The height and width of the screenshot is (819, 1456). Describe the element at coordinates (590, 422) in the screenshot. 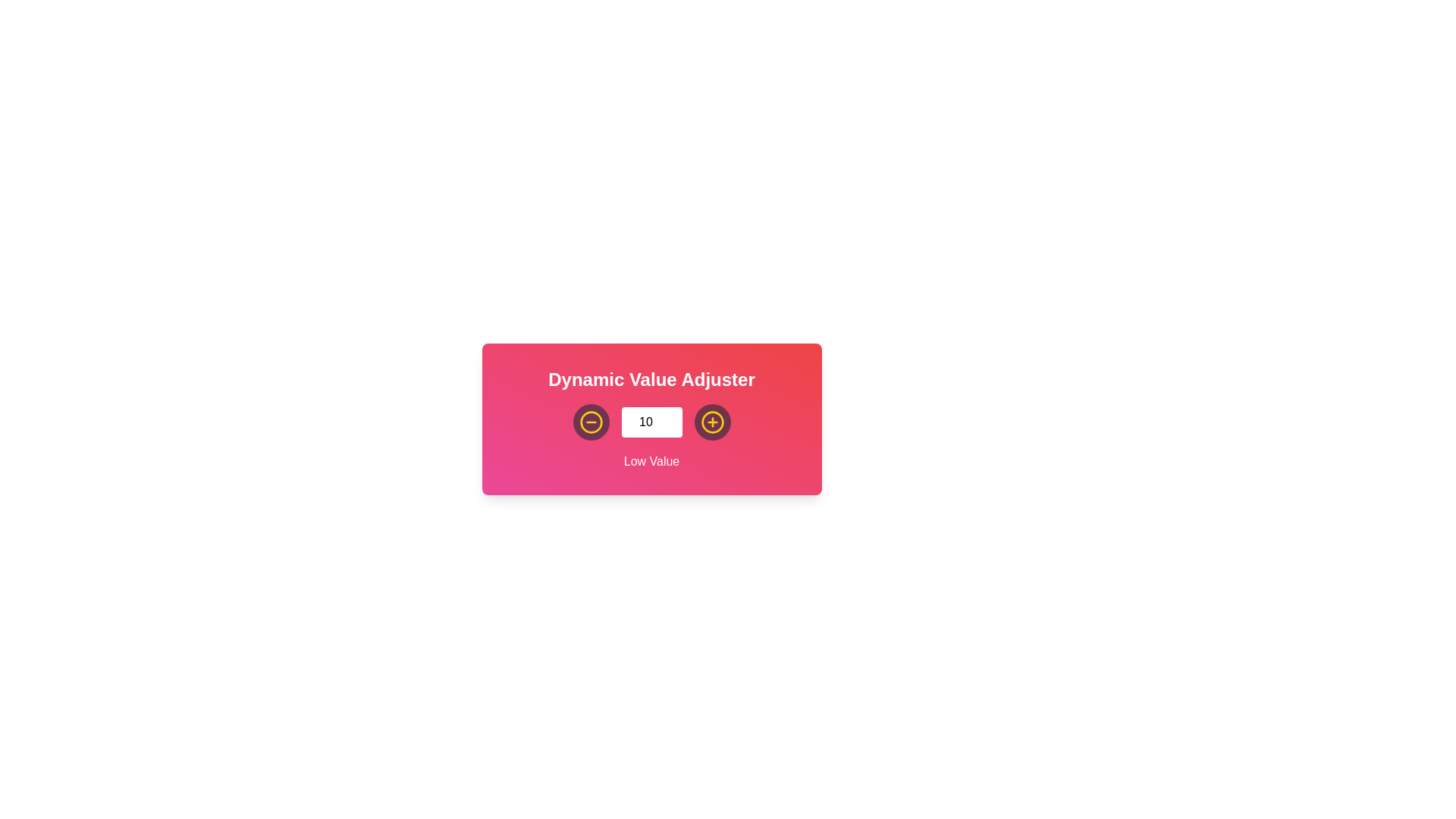

I see `the decrement control button located to the left of the central input box in the 'Dynamic Value Adjuster' interface to decrease the displayed value` at that location.